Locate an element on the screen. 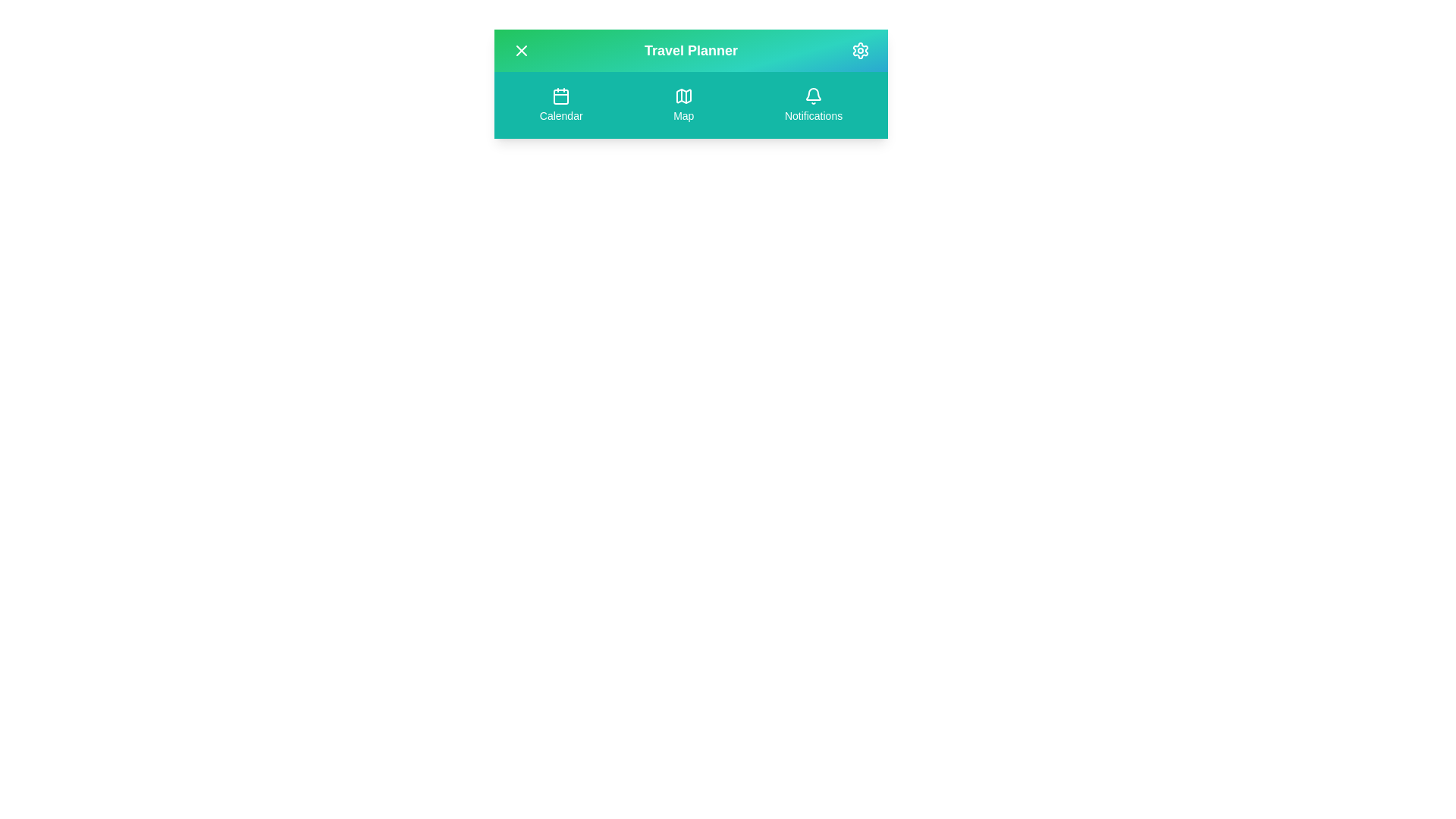 This screenshot has width=1456, height=819. the settings button is located at coordinates (860, 49).